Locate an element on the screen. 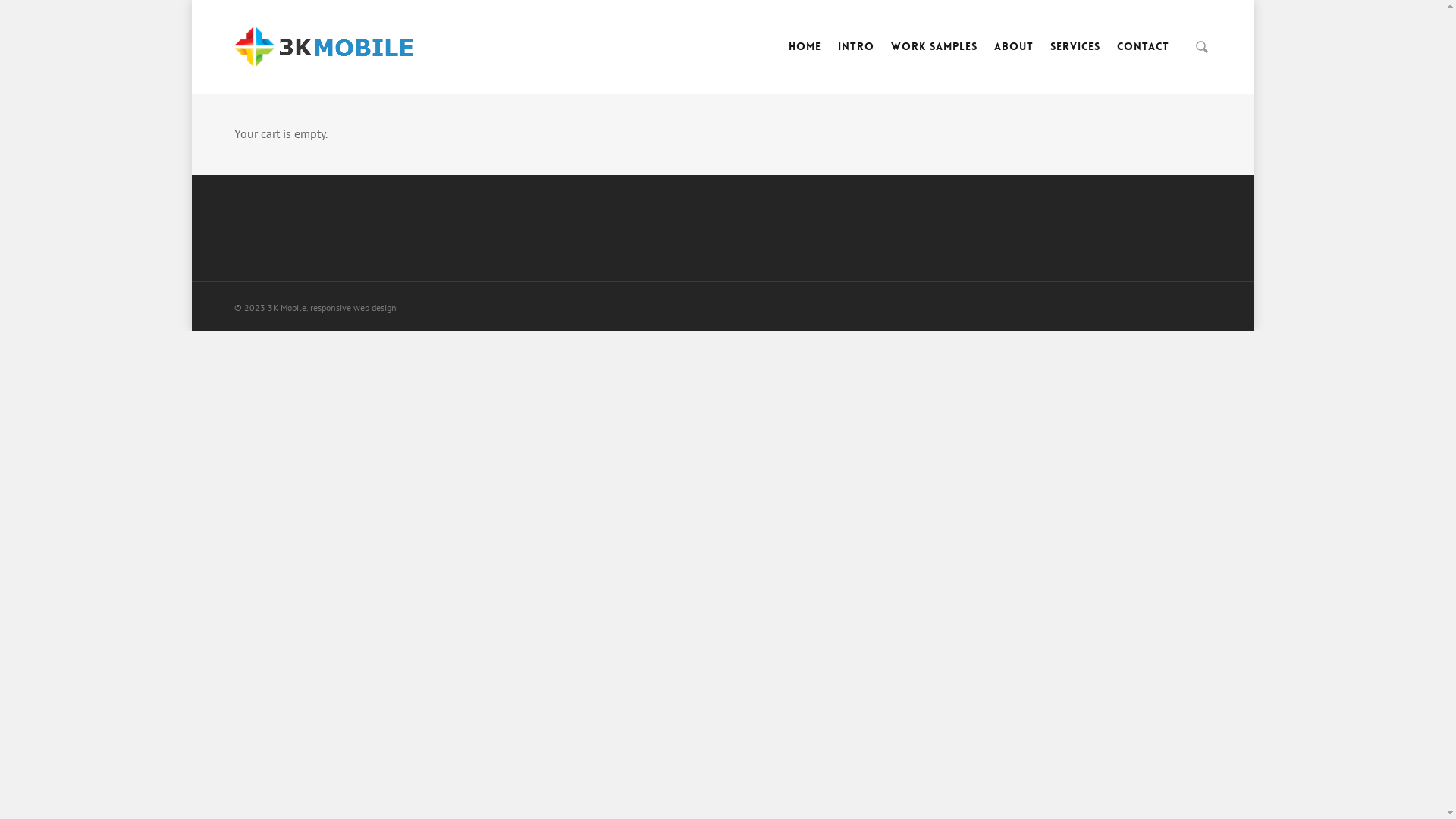 The width and height of the screenshot is (1456, 819). 'Intro' is located at coordinates (855, 57).